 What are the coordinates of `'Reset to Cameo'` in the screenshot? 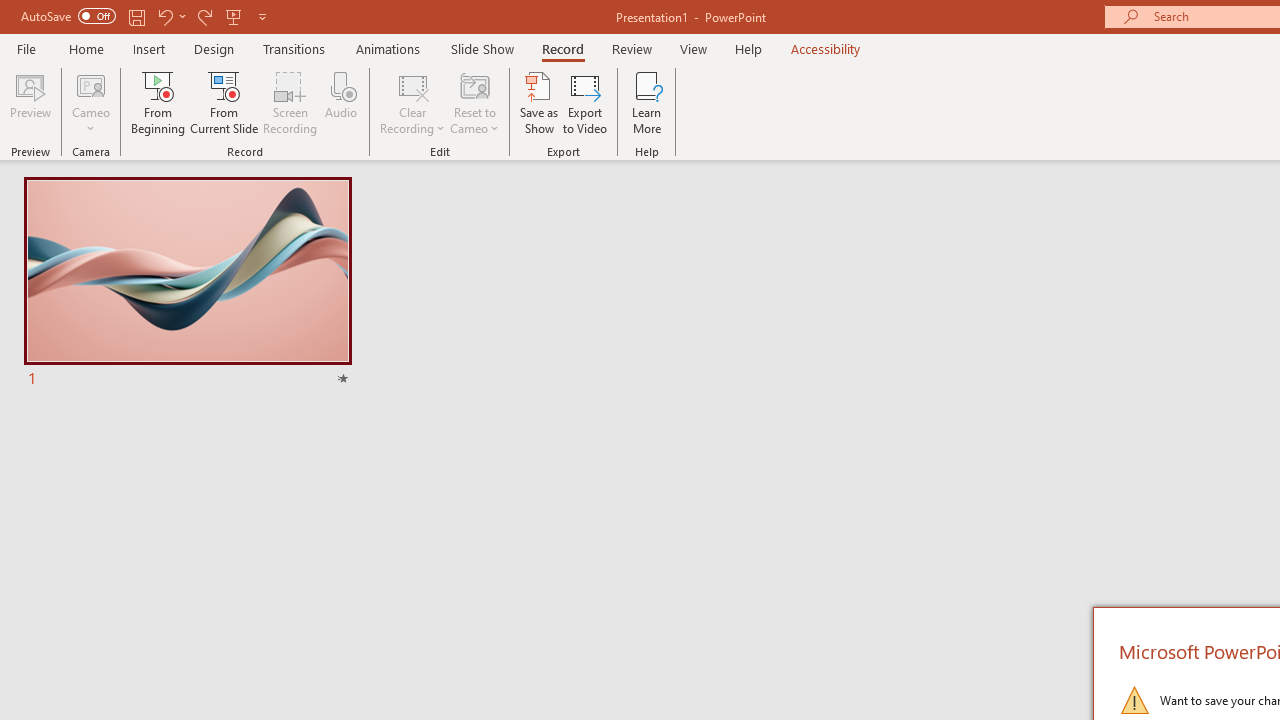 It's located at (473, 103).